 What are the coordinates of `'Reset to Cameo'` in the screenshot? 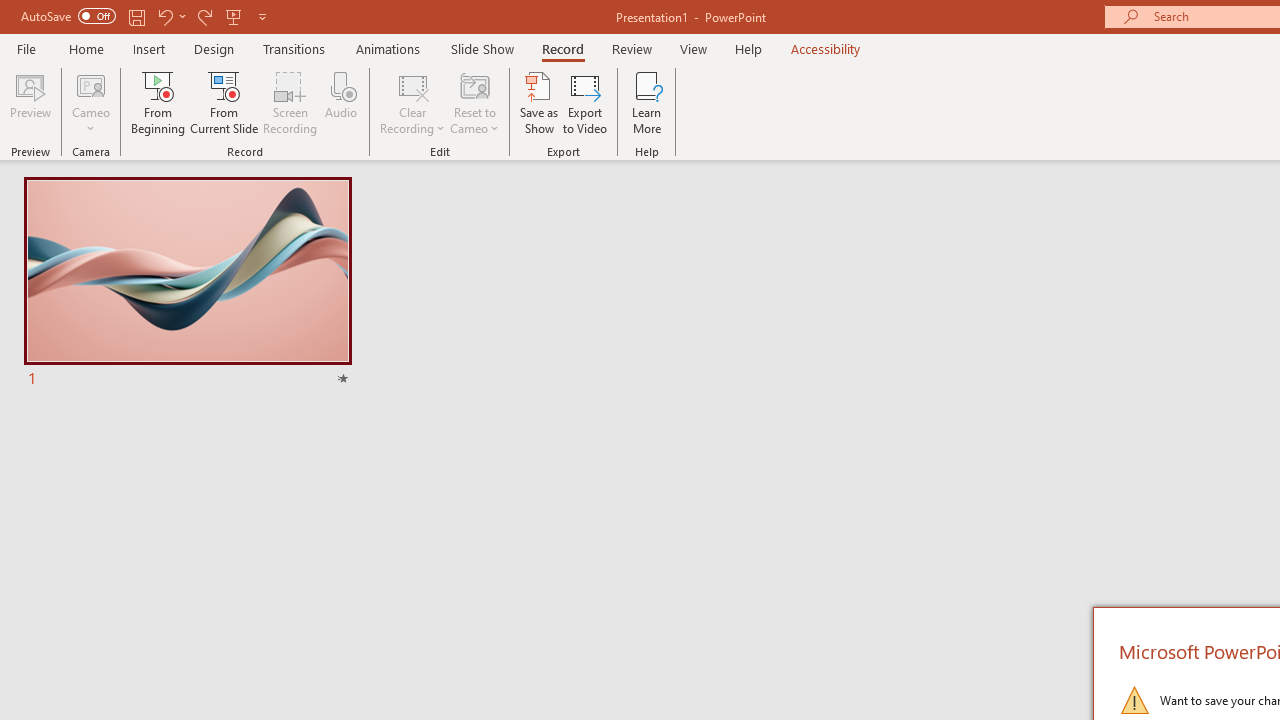 It's located at (473, 103).